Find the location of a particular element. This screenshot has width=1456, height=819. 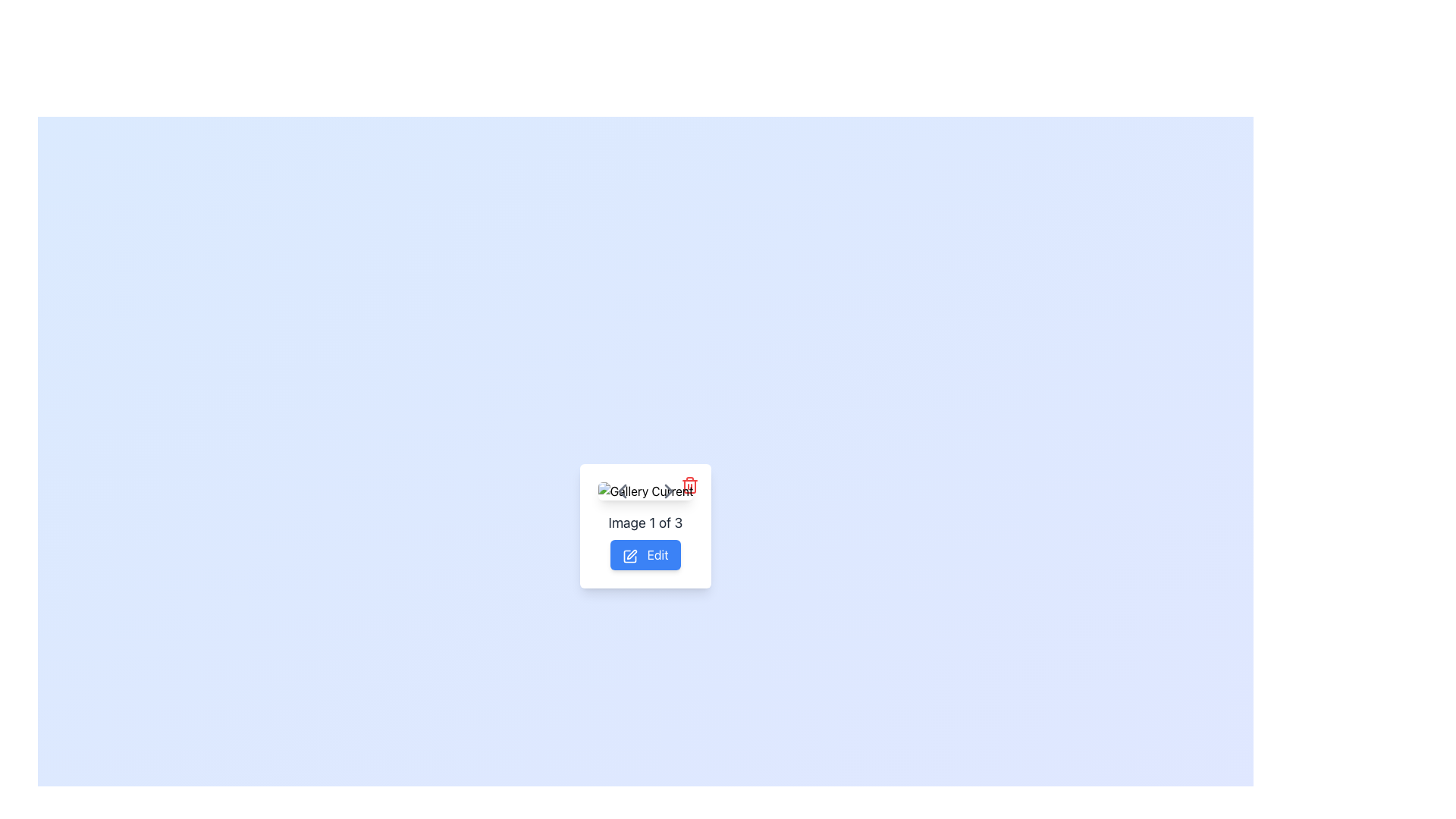

the 'Edit' button with a blue background and white text, located below 'Image 1 of 3' is located at coordinates (645, 540).